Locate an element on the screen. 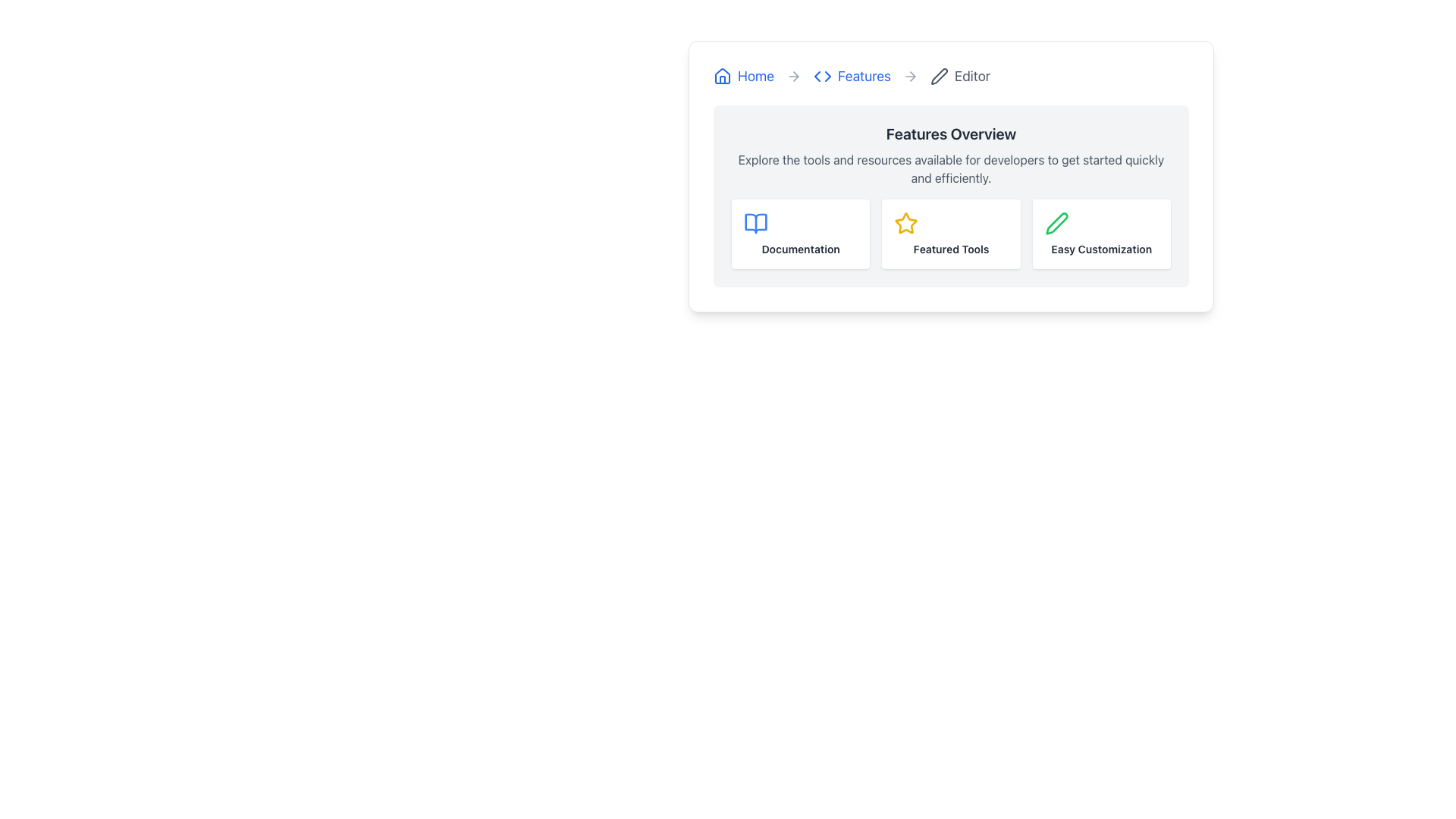  the informational section's cards is located at coordinates (950, 195).